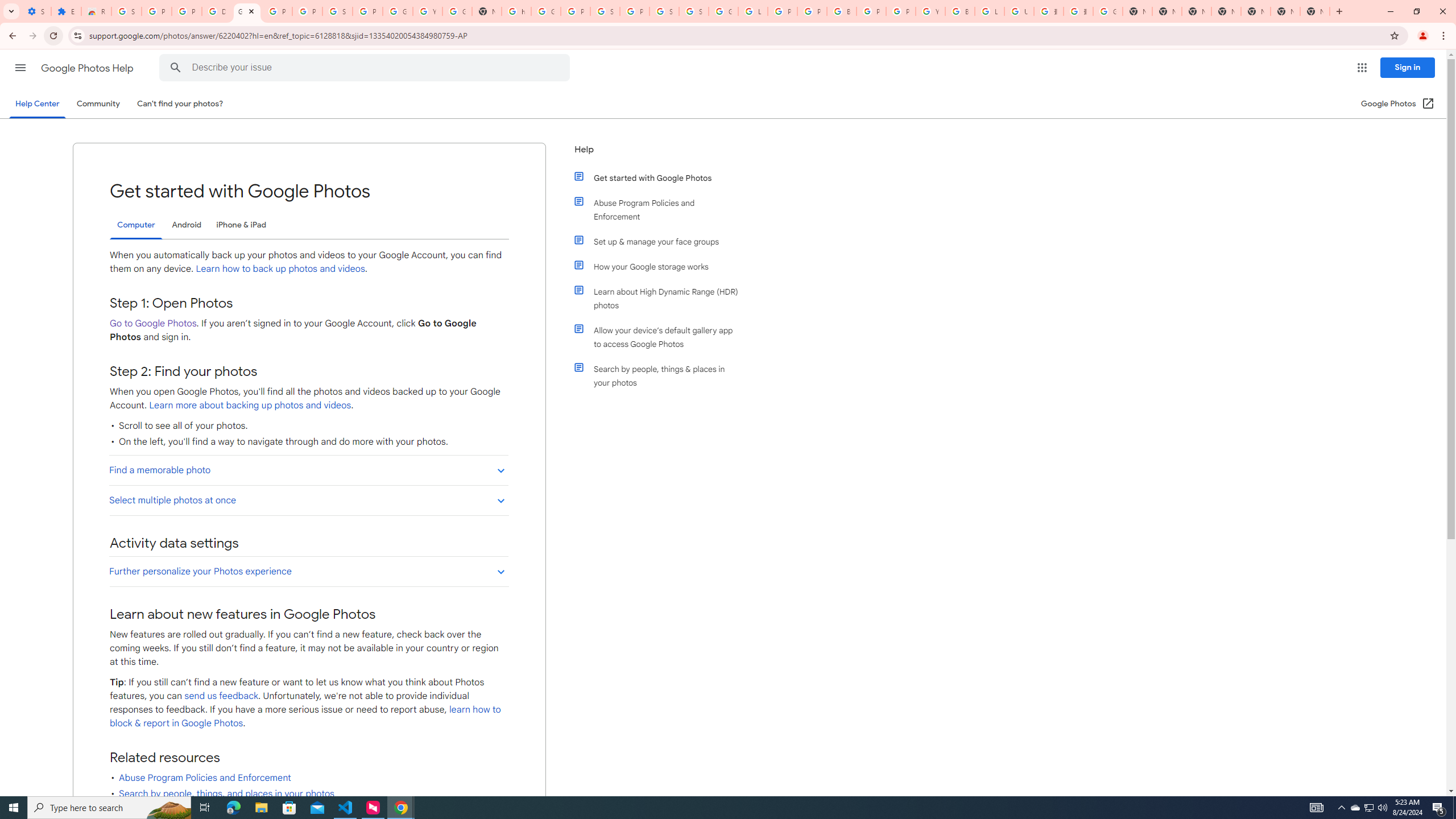 The height and width of the screenshot is (819, 1456). Describe the element at coordinates (661, 209) in the screenshot. I see `'Abuse Program Policies and Enforcement'` at that location.